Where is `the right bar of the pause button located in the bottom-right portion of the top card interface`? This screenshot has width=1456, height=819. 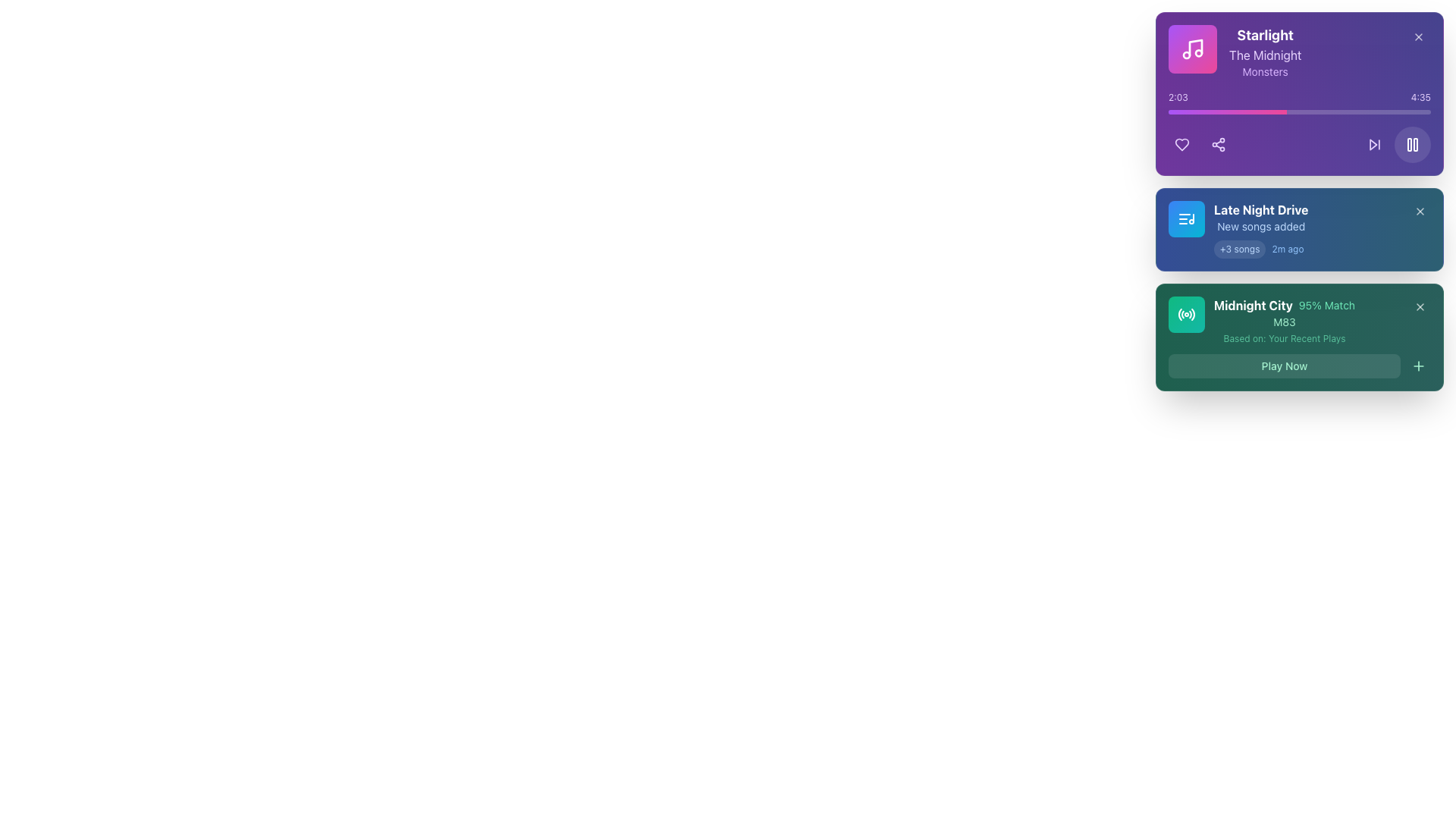 the right bar of the pause button located in the bottom-right portion of the top card interface is located at coordinates (1415, 145).